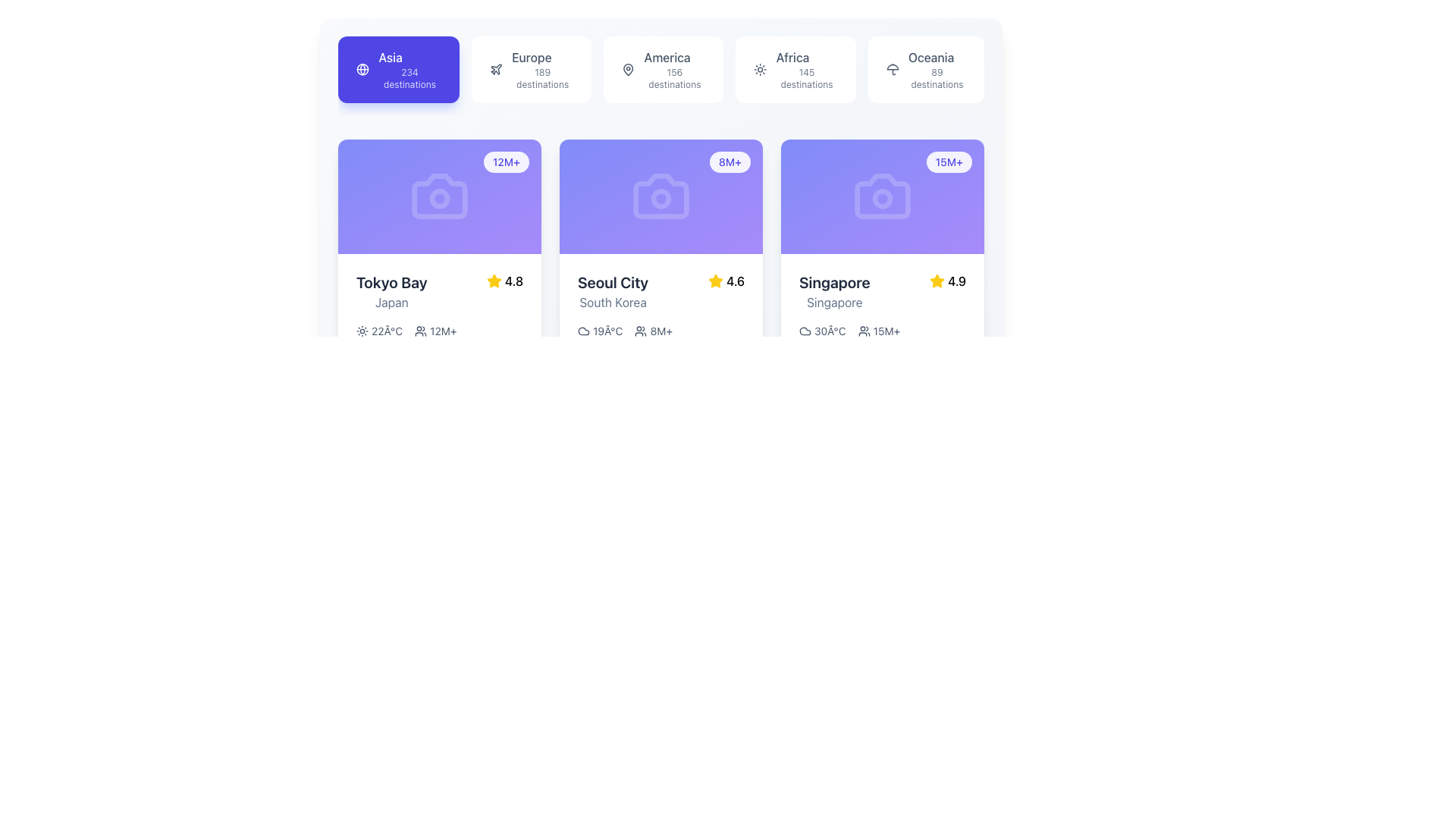  Describe the element at coordinates (936, 70) in the screenshot. I see `the label element displaying 'Oceania' with the text '89 destinations' in a card containing an umbrella icon` at that location.